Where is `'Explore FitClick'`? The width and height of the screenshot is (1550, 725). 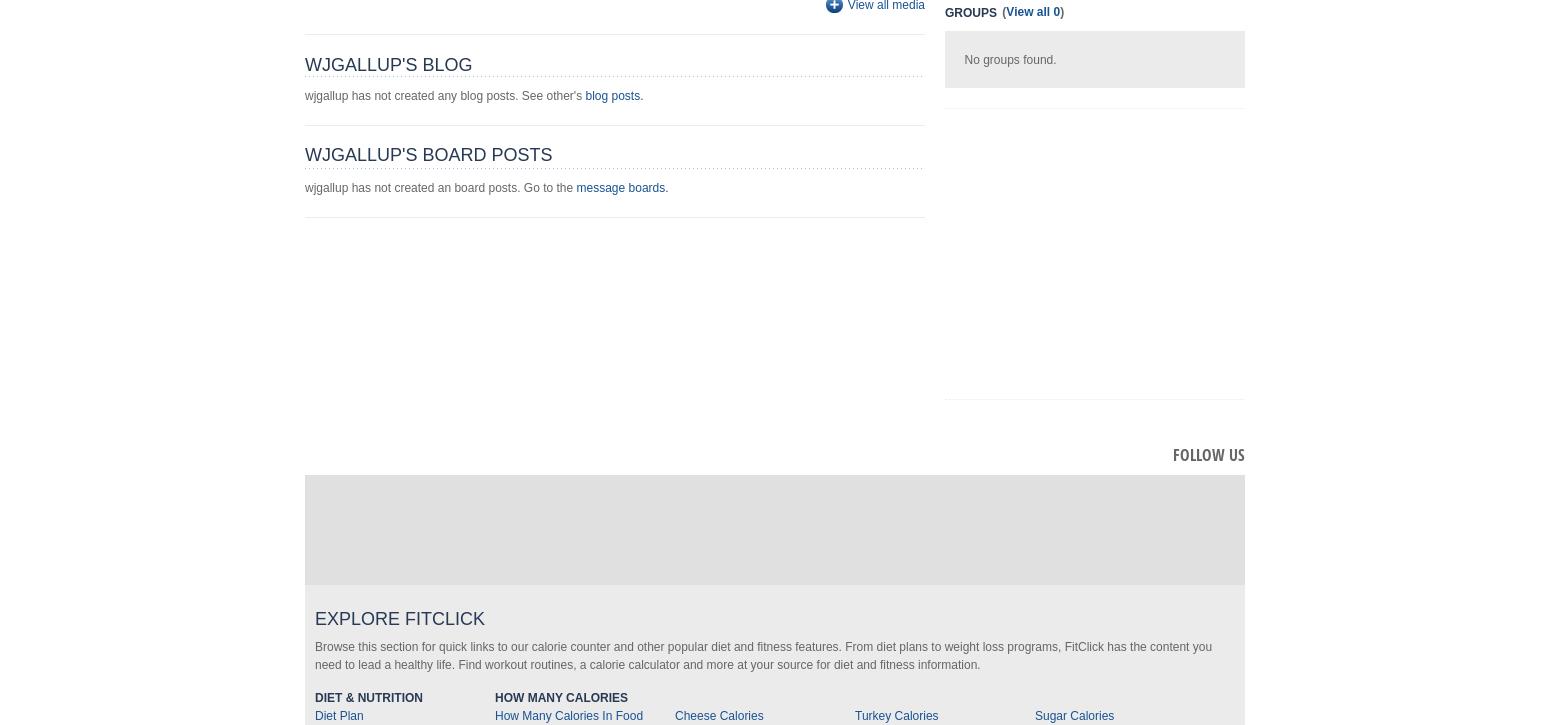 'Explore FitClick' is located at coordinates (313, 618).